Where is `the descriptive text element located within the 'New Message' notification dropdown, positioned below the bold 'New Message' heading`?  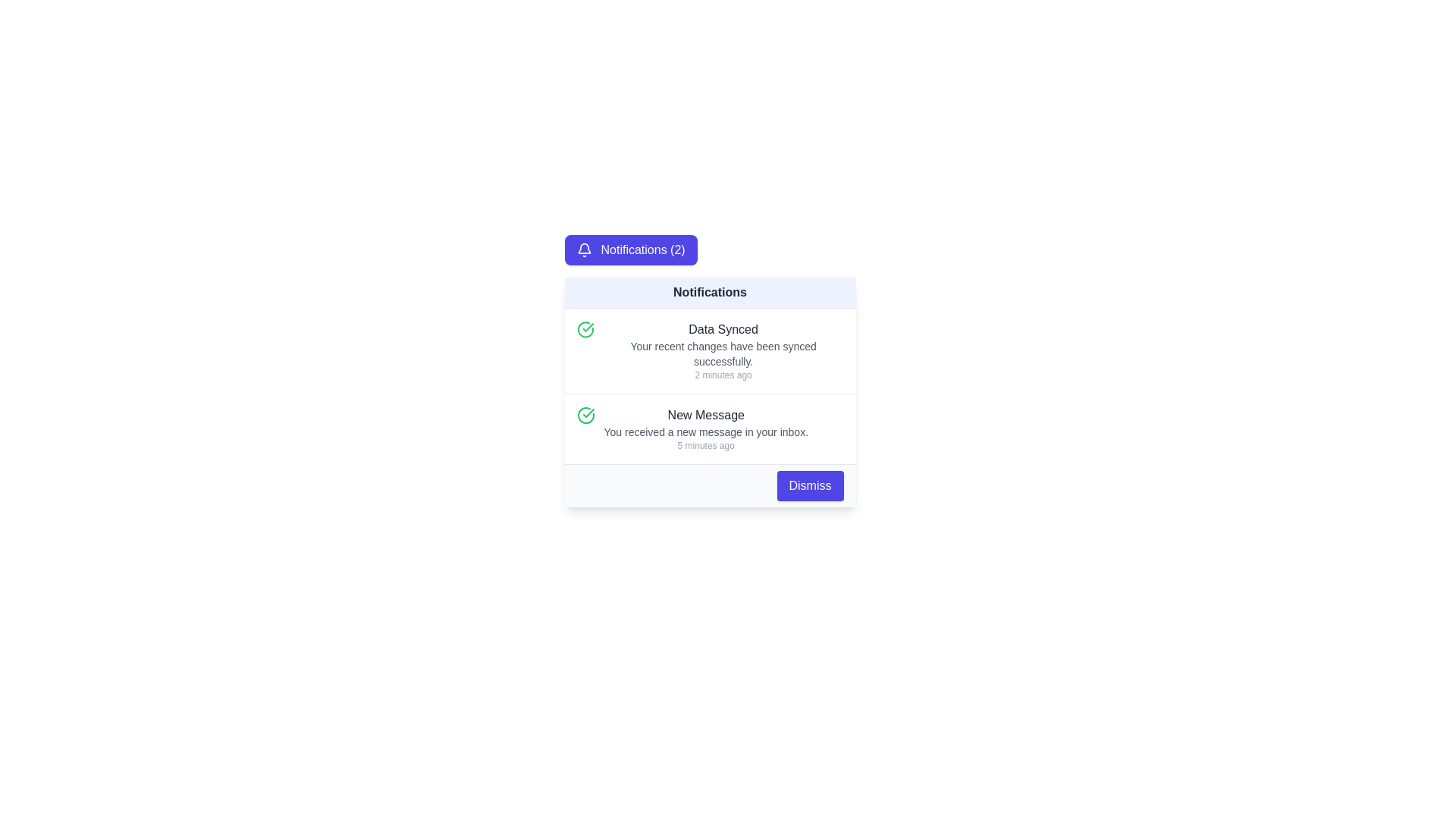
the descriptive text element located within the 'New Message' notification dropdown, positioned below the bold 'New Message' heading is located at coordinates (705, 432).